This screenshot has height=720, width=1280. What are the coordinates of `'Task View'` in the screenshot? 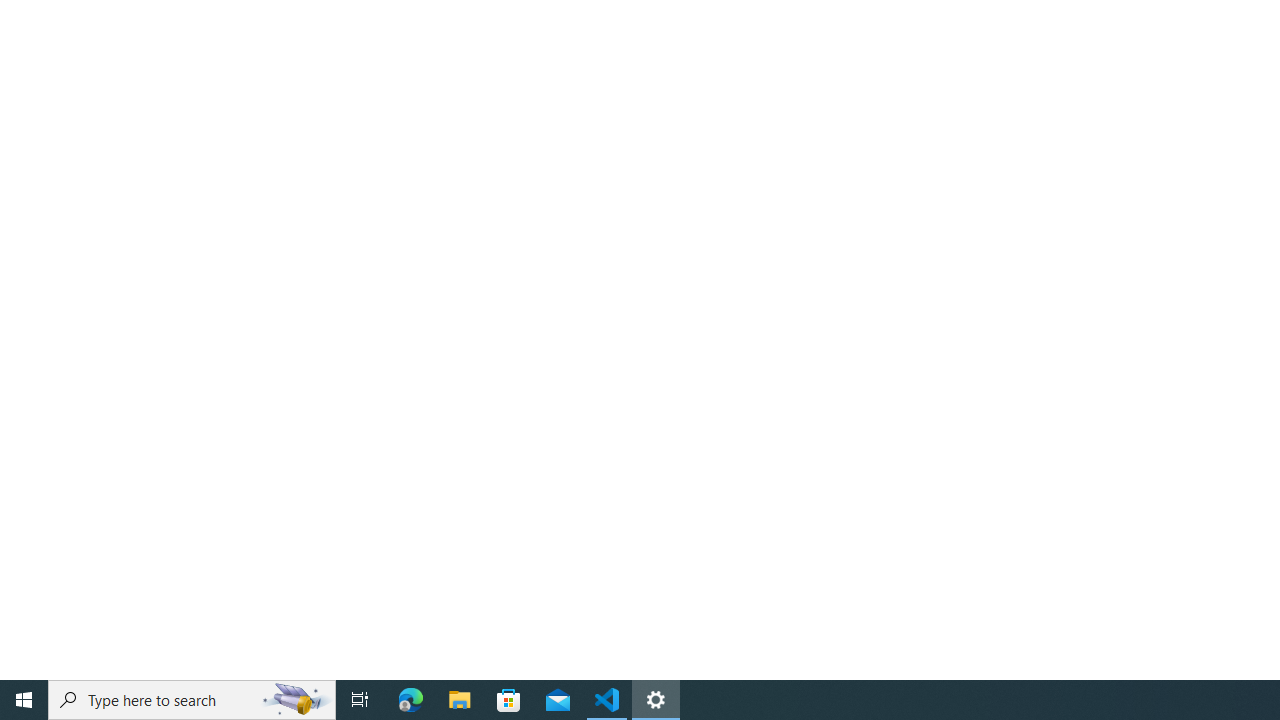 It's located at (359, 698).